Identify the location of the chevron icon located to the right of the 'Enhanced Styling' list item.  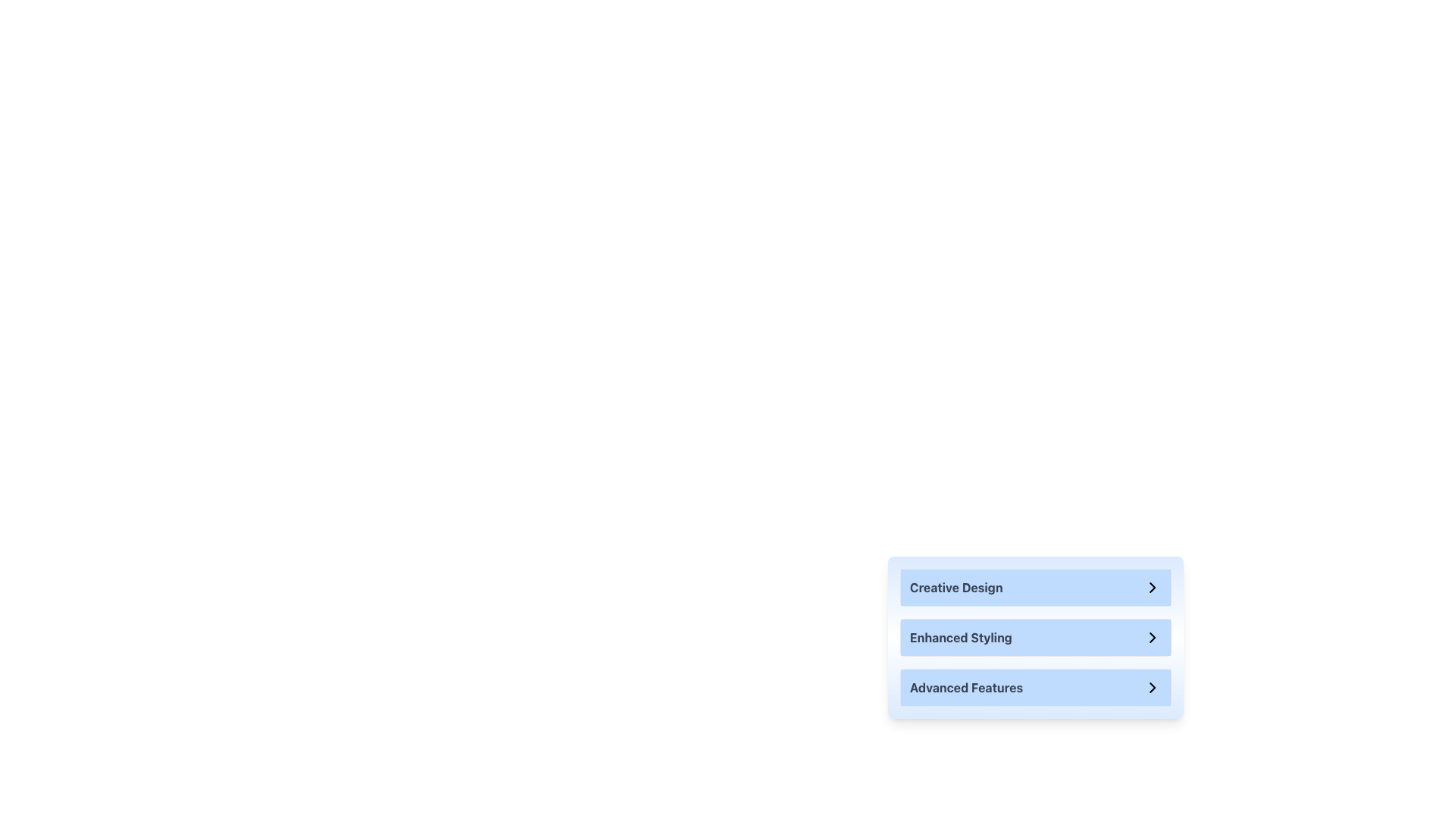
(1153, 637).